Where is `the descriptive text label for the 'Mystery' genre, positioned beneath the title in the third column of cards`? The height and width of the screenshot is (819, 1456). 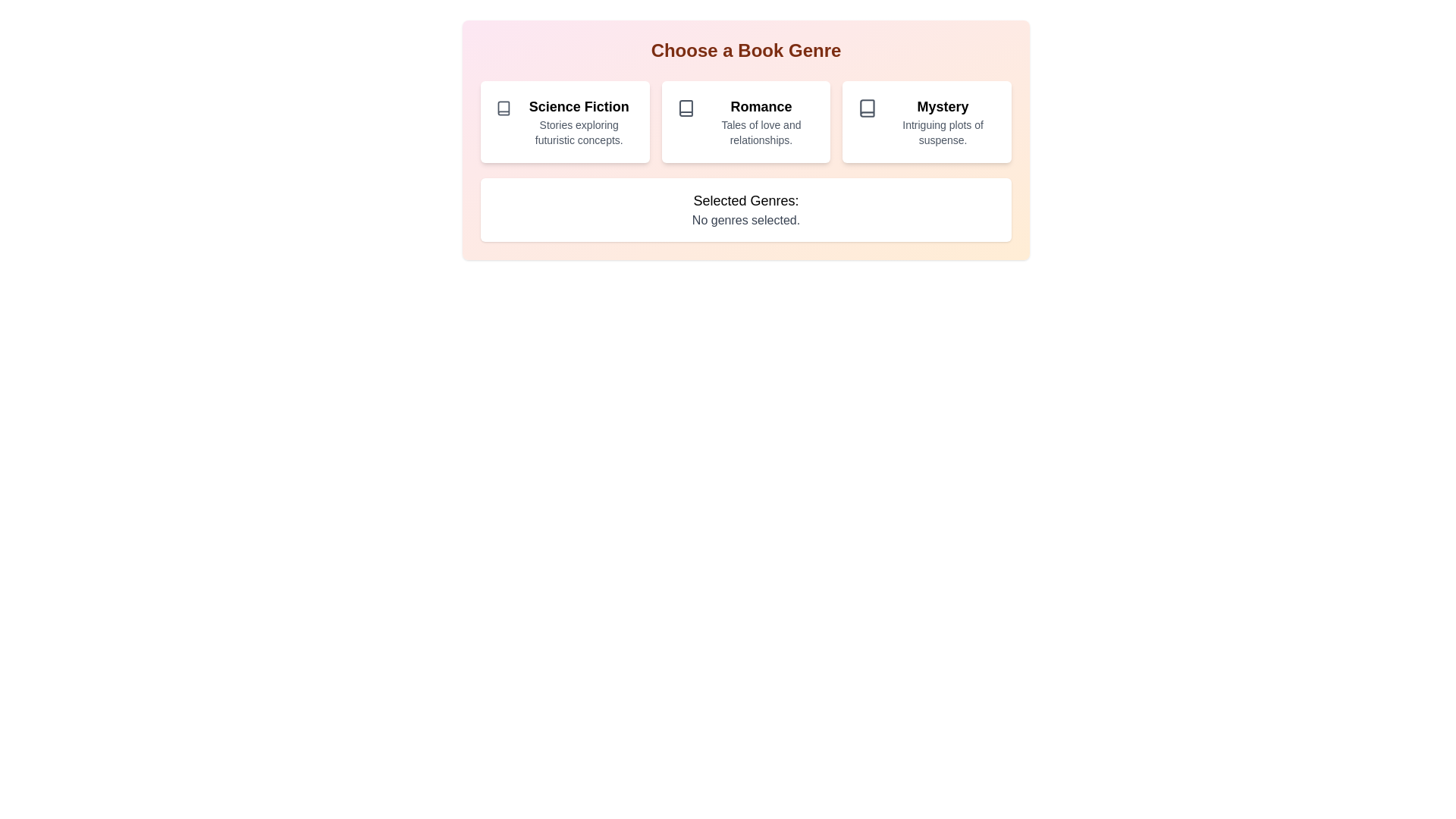 the descriptive text label for the 'Mystery' genre, positioned beneath the title in the third column of cards is located at coordinates (942, 131).